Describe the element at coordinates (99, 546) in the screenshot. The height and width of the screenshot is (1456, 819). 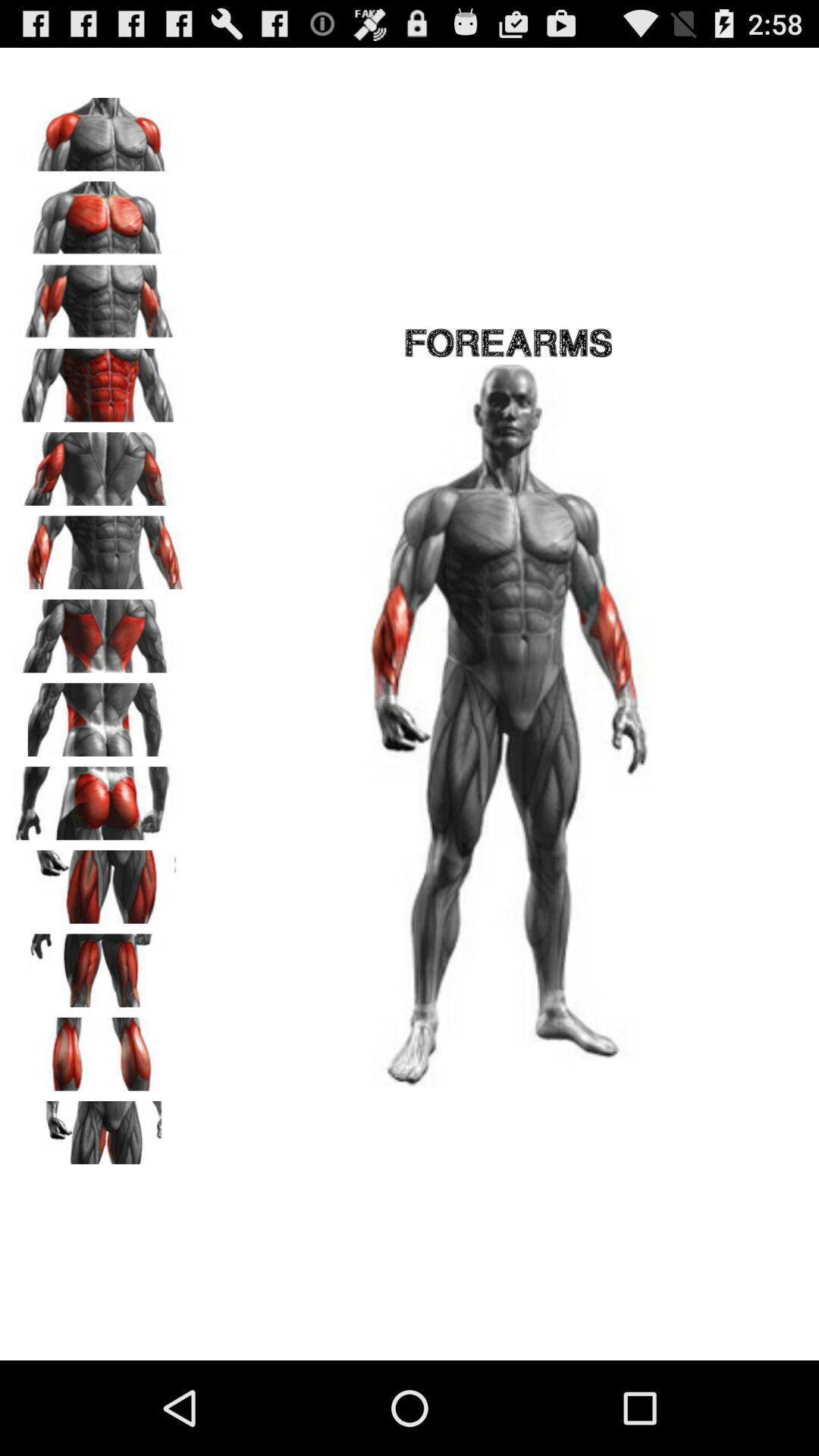
I see `image to select forearms` at that location.